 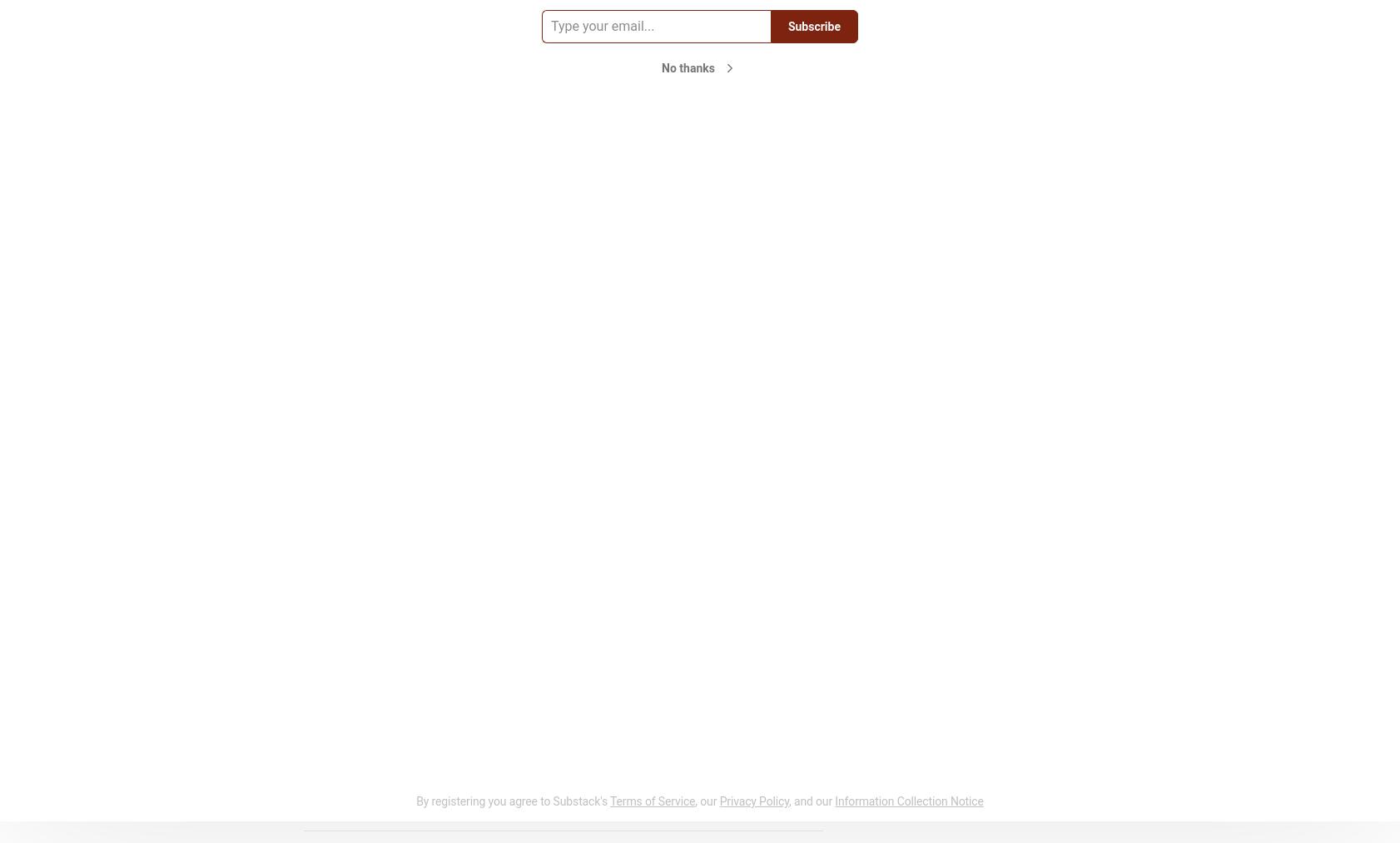 What do you see at coordinates (511, 801) in the screenshot?
I see `'By registering you agree to Substack's'` at bounding box center [511, 801].